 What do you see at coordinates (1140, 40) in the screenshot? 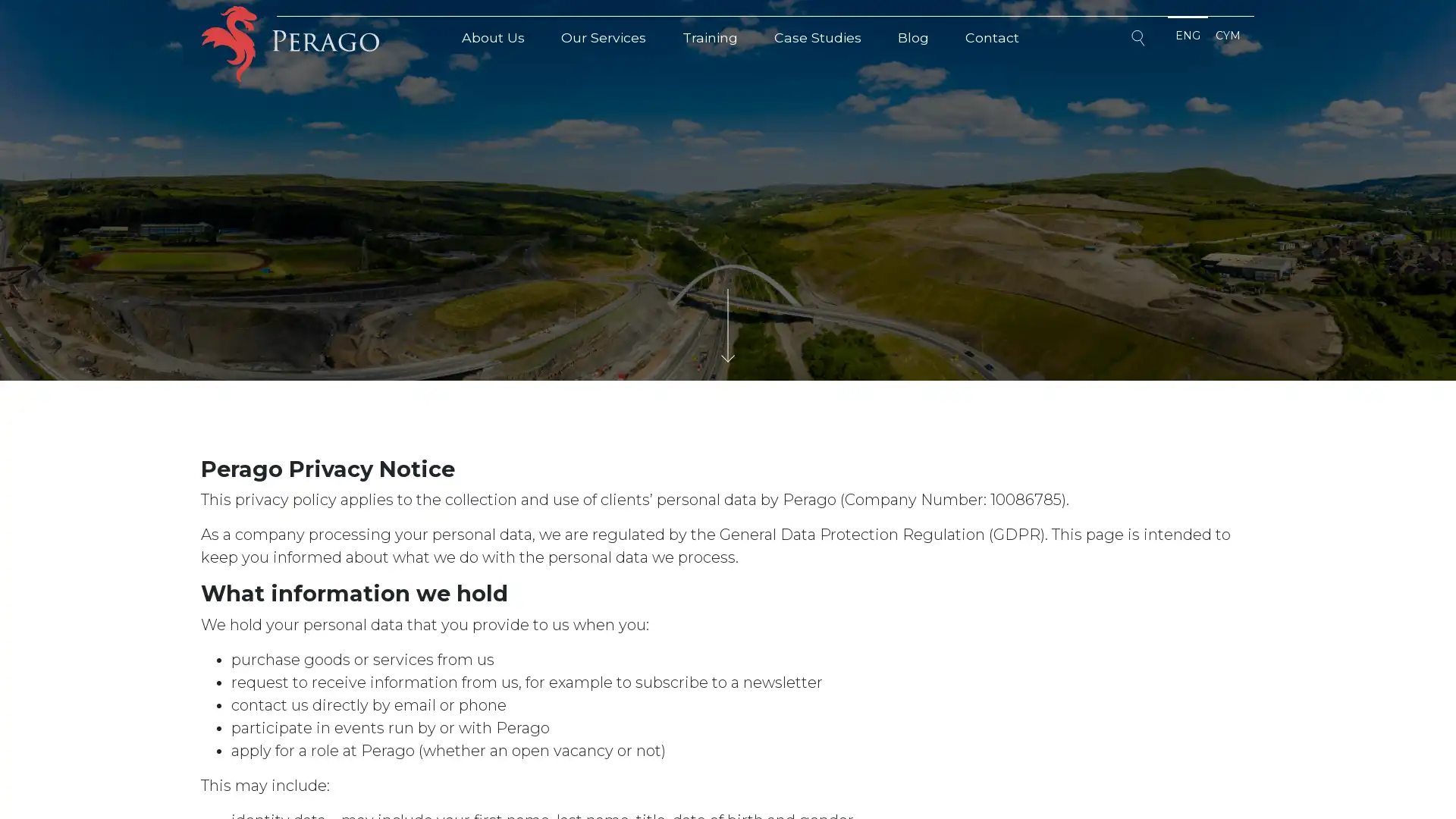
I see `Search button` at bounding box center [1140, 40].